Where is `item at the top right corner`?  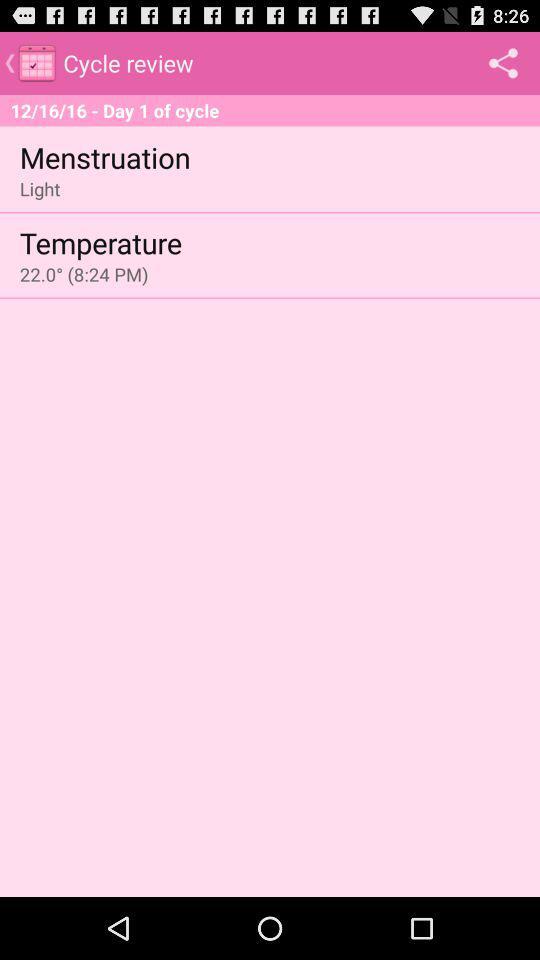
item at the top right corner is located at coordinates (502, 62).